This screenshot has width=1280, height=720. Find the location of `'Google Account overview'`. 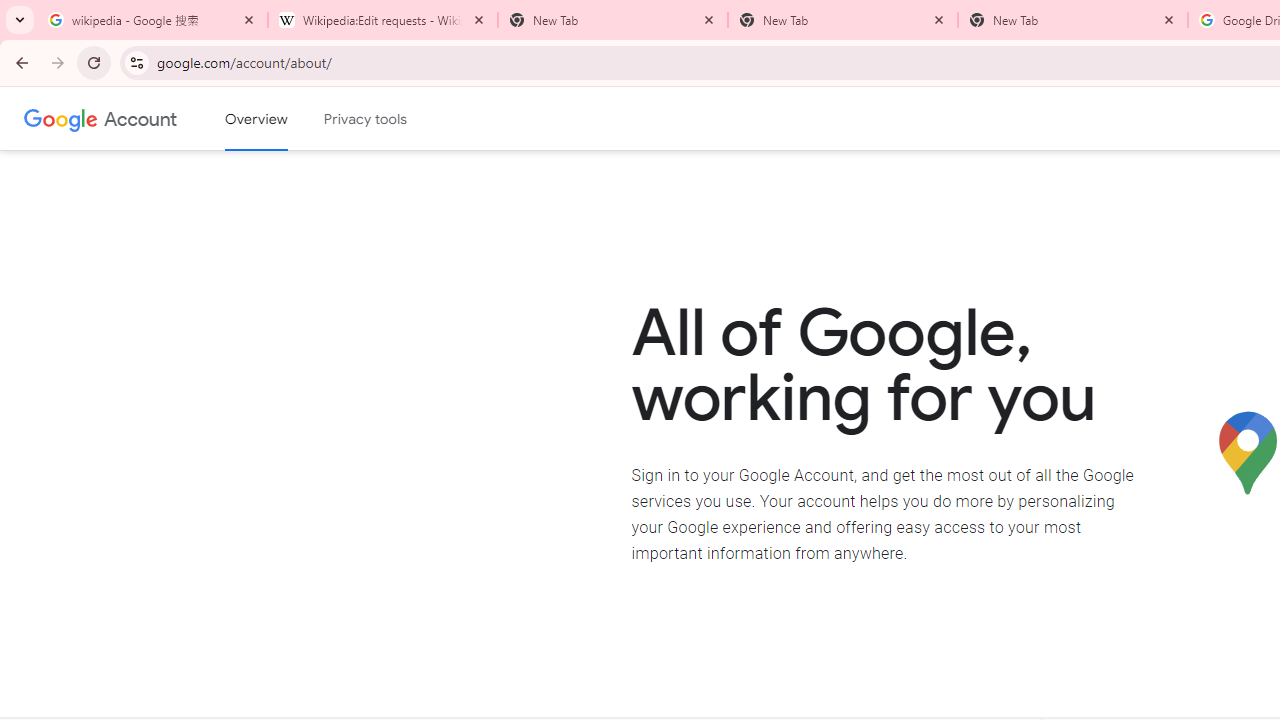

'Google Account overview' is located at coordinates (255, 119).